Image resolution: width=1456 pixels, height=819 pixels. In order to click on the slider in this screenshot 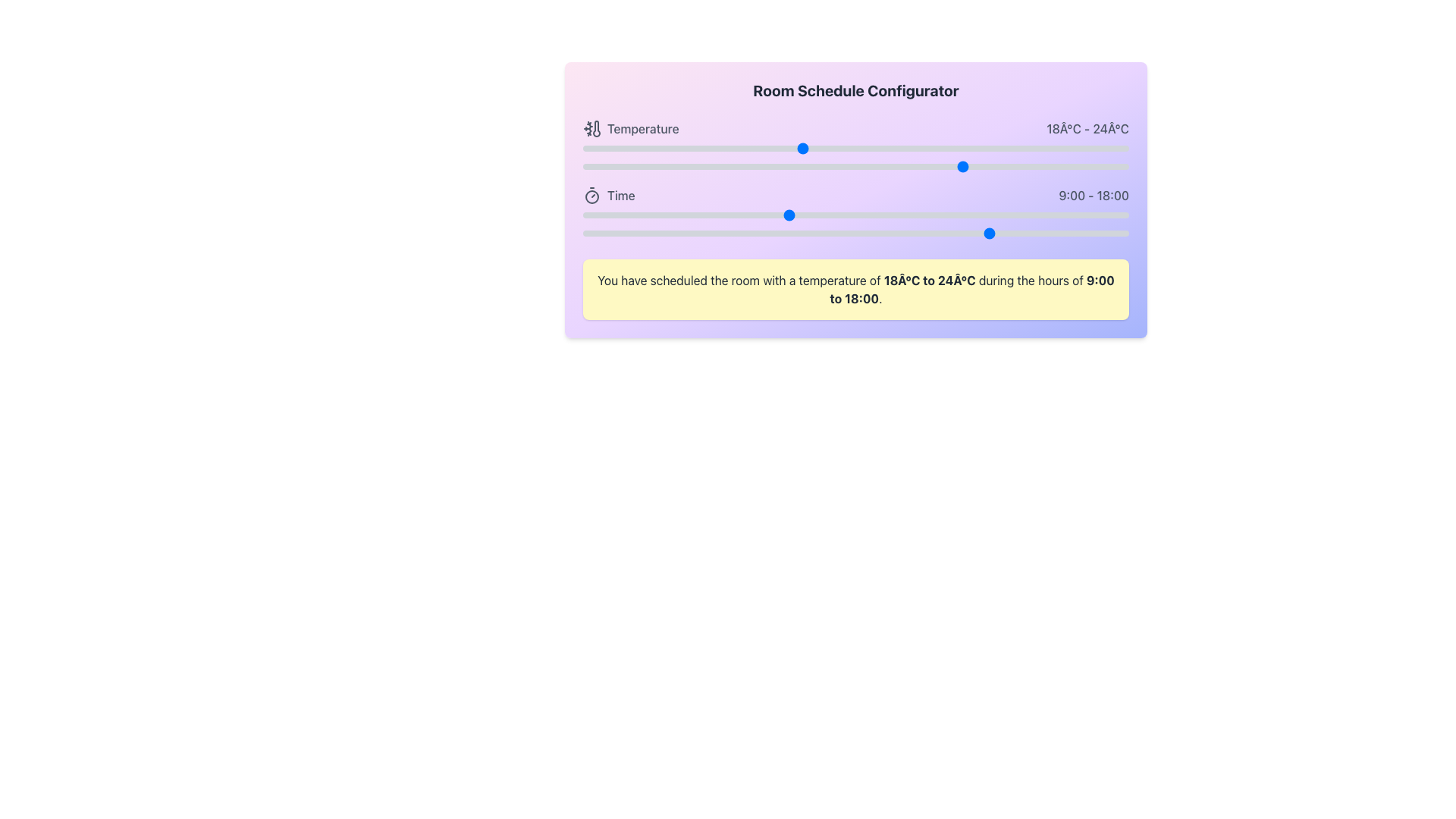, I will do `click(1073, 146)`.